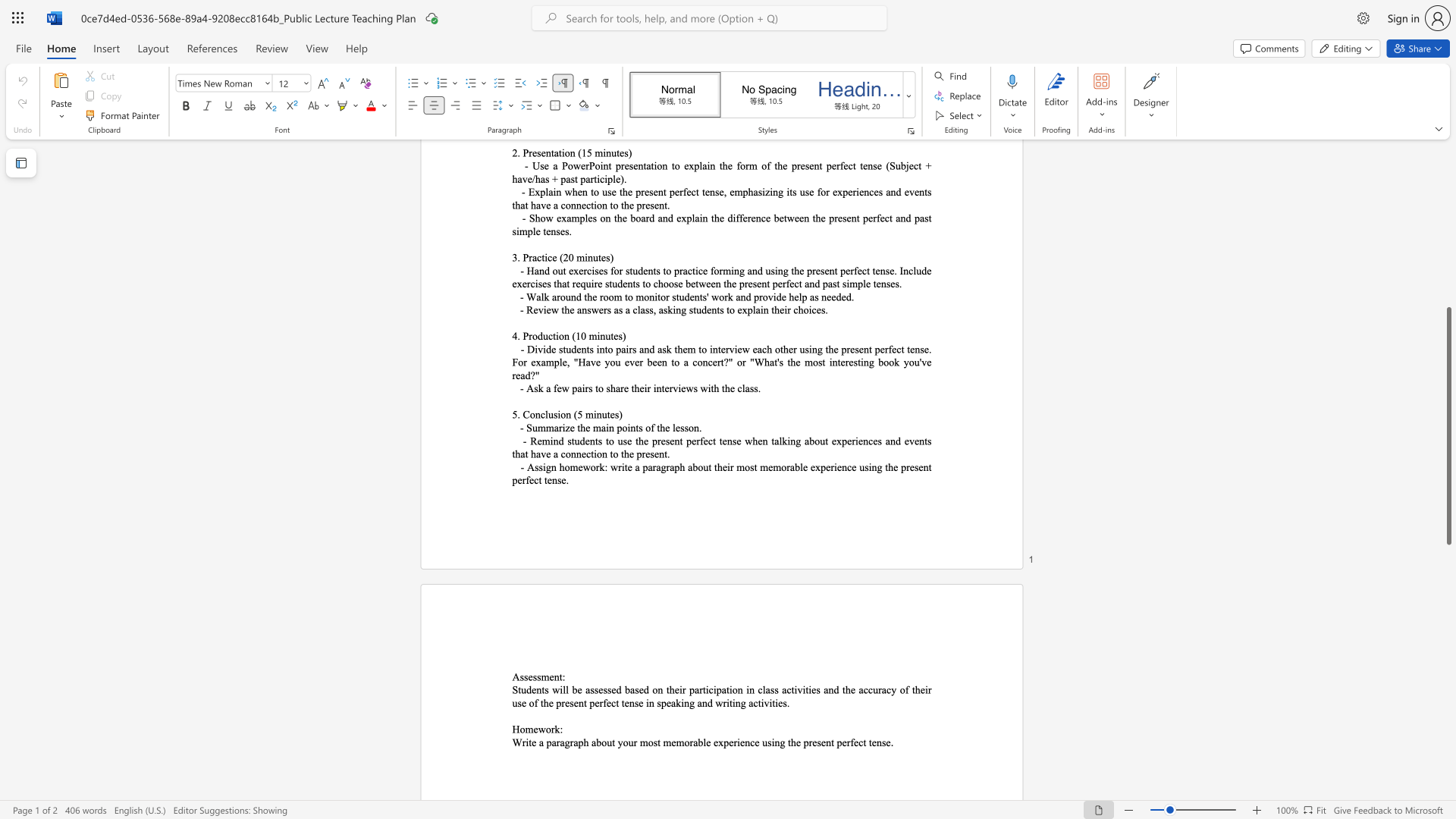  I want to click on the scrollbar and move up 270 pixels, so click(1448, 425).